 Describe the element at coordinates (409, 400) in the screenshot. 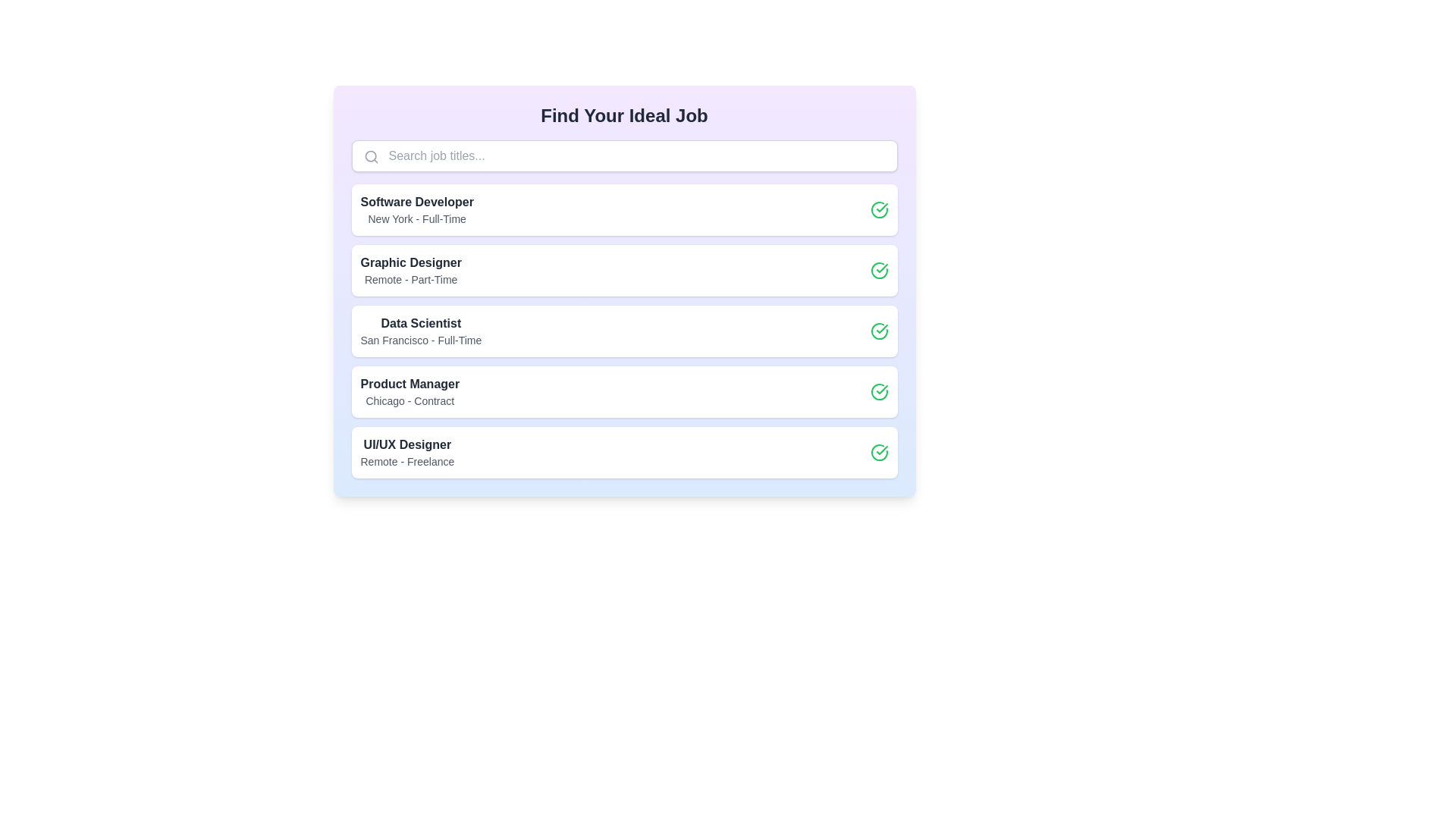

I see `the text label displaying 'Chicago - Contract', which is styled in gray and positioned below the 'Product Manager' text` at that location.